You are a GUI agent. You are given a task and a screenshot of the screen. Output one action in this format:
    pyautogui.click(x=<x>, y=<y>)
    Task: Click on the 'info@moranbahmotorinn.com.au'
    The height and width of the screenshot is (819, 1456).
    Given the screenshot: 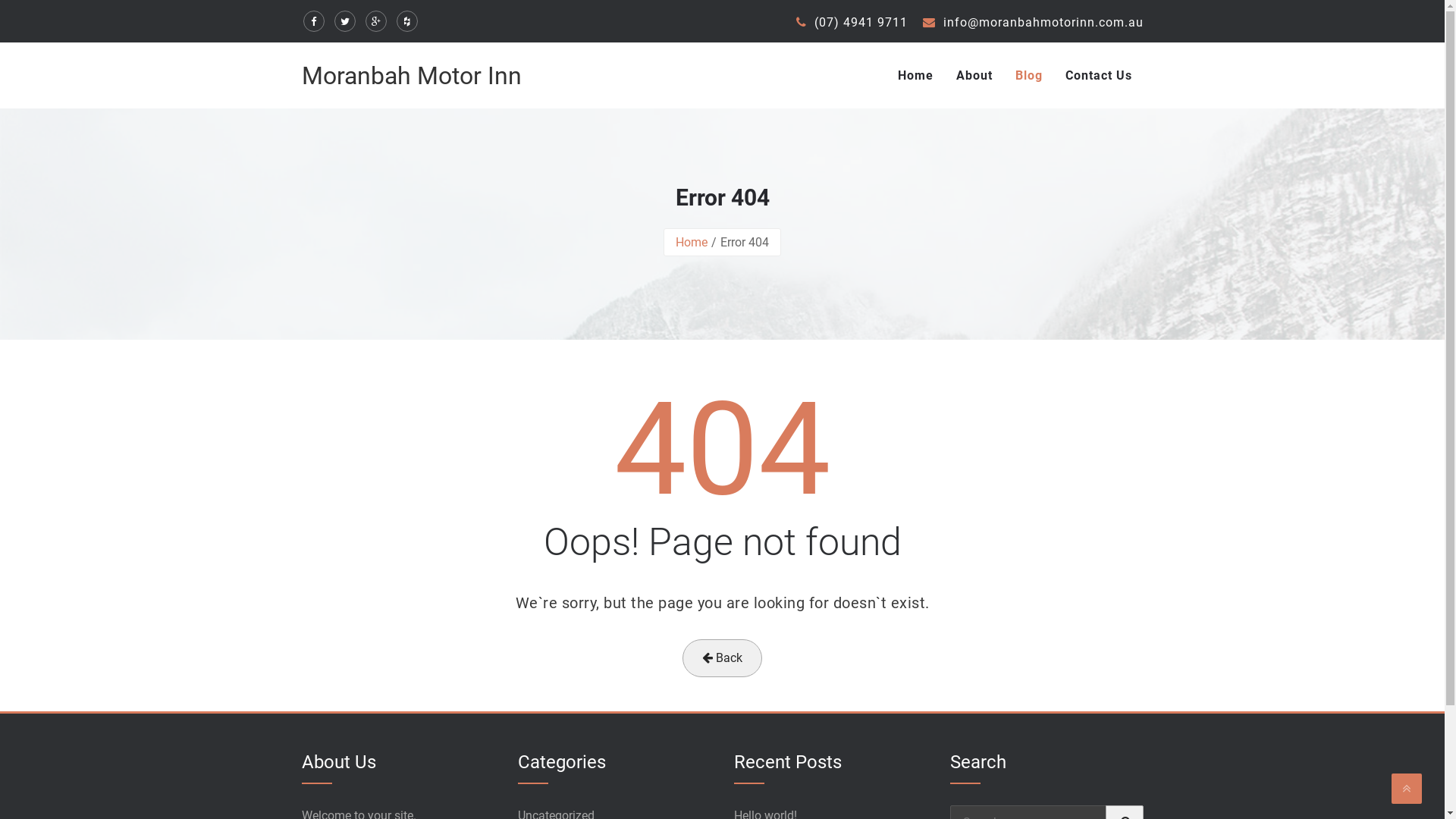 What is the action you would take?
    pyautogui.click(x=1031, y=22)
    